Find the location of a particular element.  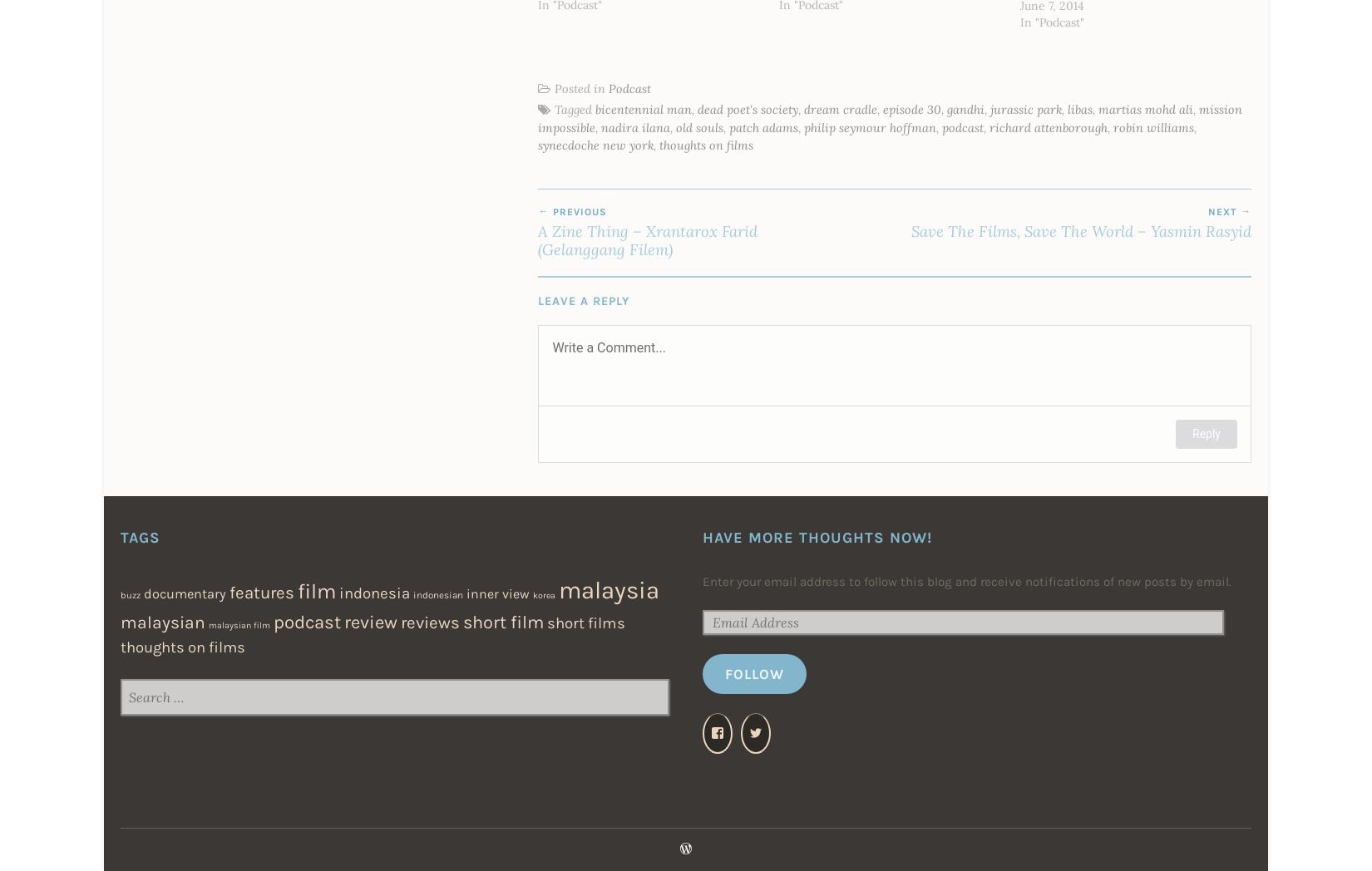

'Leave a Reply' is located at coordinates (583, 299).